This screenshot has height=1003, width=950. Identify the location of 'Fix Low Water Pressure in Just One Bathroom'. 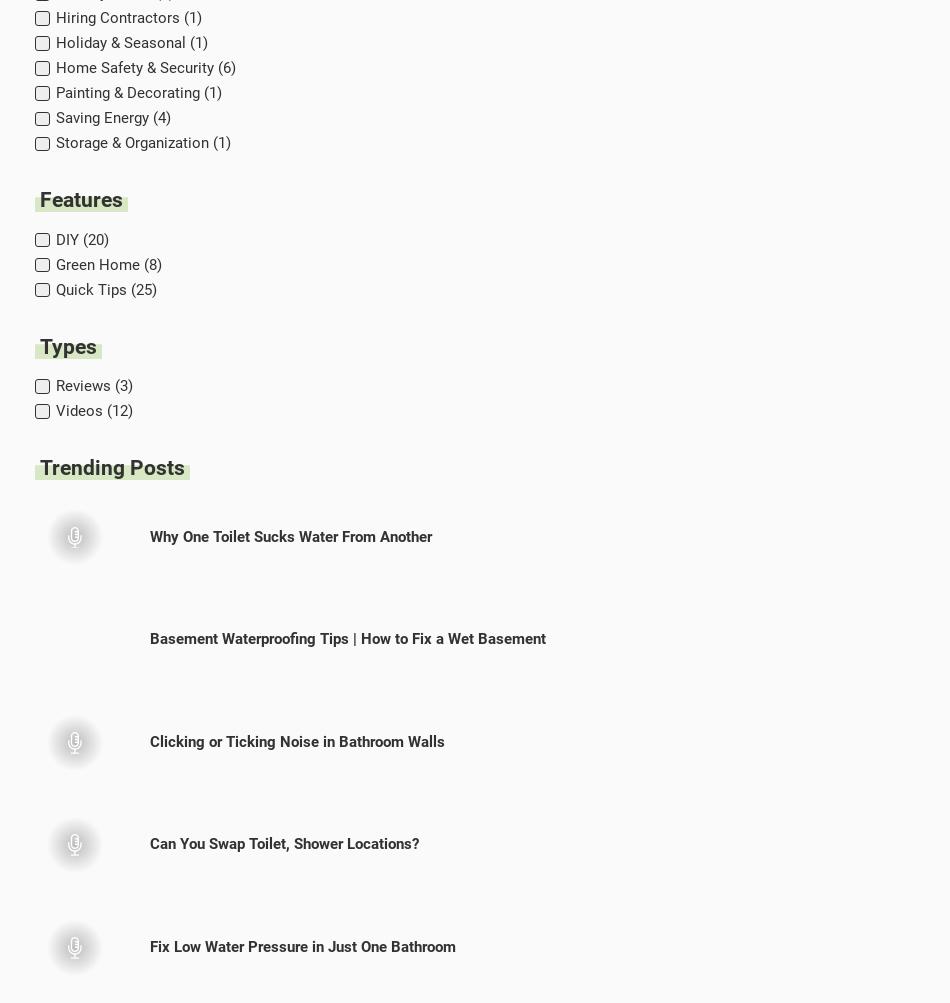
(301, 946).